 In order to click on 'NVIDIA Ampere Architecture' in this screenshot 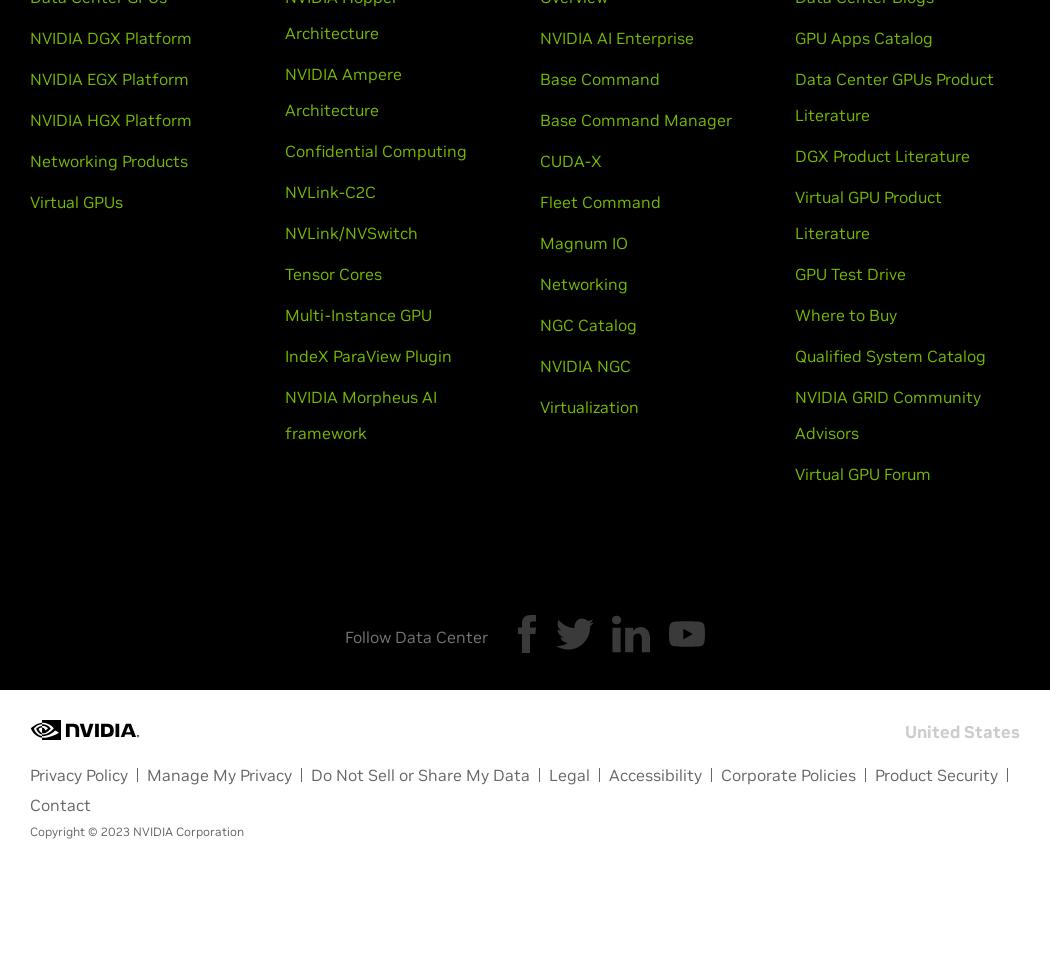, I will do `click(342, 92)`.